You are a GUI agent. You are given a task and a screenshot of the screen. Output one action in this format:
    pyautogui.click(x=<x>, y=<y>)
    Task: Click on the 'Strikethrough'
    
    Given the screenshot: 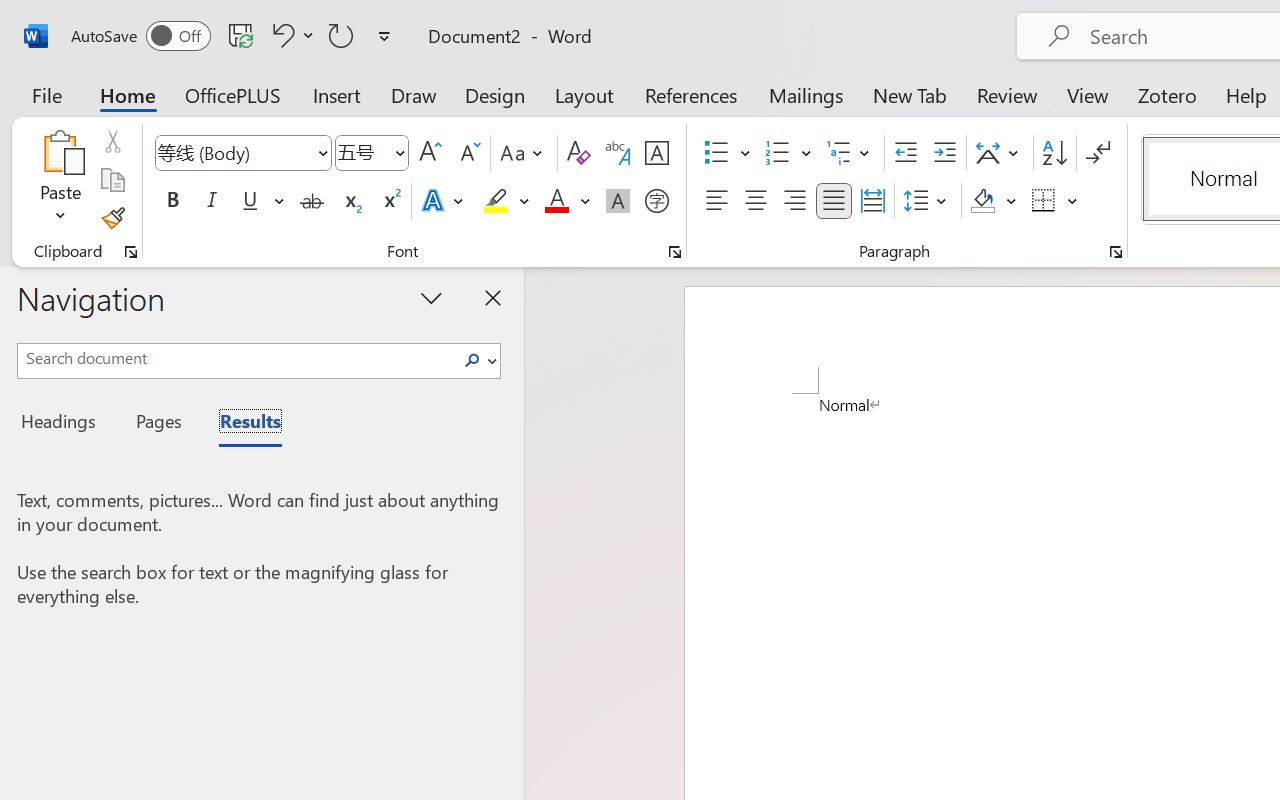 What is the action you would take?
    pyautogui.click(x=311, y=201)
    